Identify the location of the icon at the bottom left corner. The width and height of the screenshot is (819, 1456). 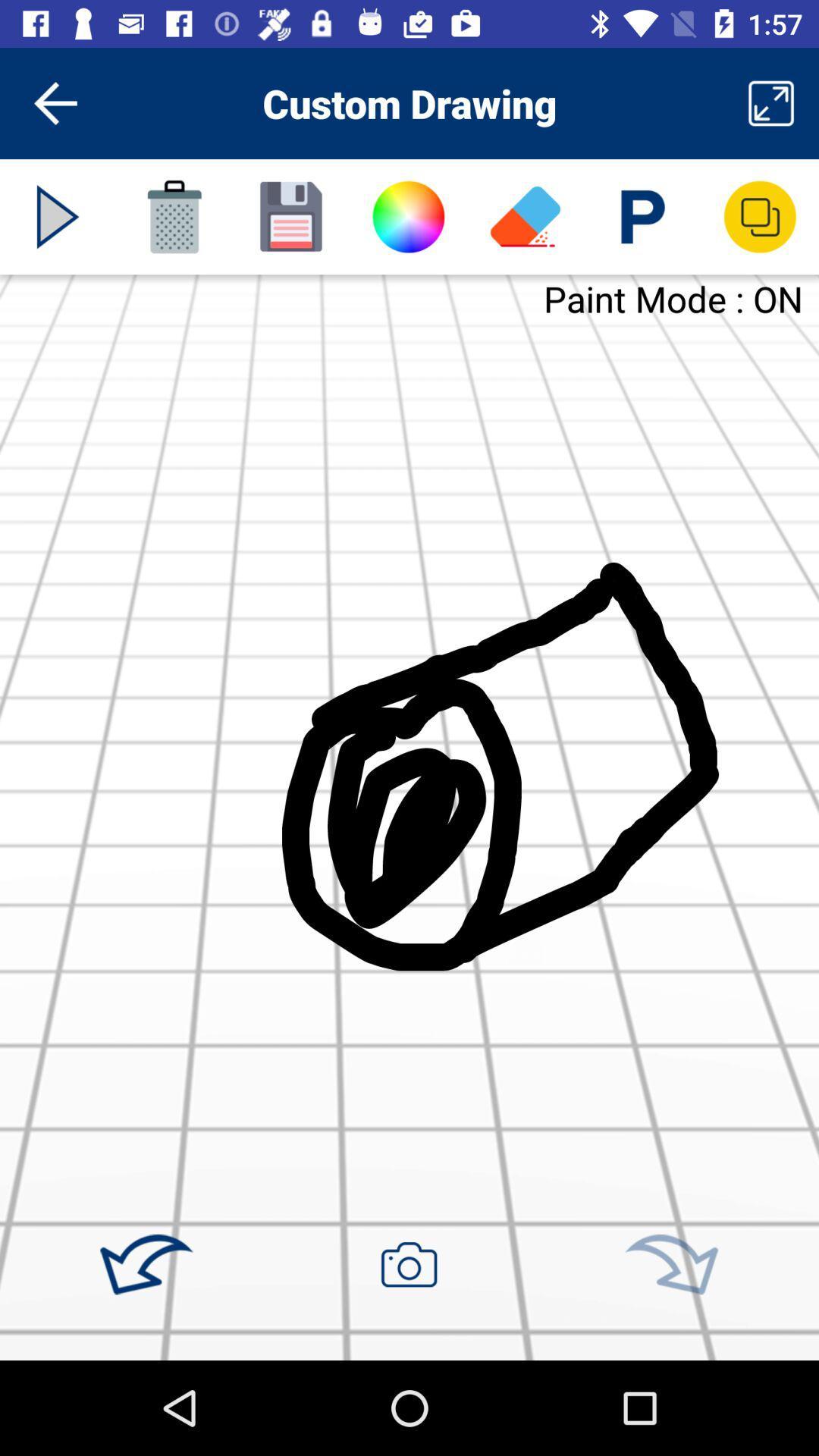
(146, 1265).